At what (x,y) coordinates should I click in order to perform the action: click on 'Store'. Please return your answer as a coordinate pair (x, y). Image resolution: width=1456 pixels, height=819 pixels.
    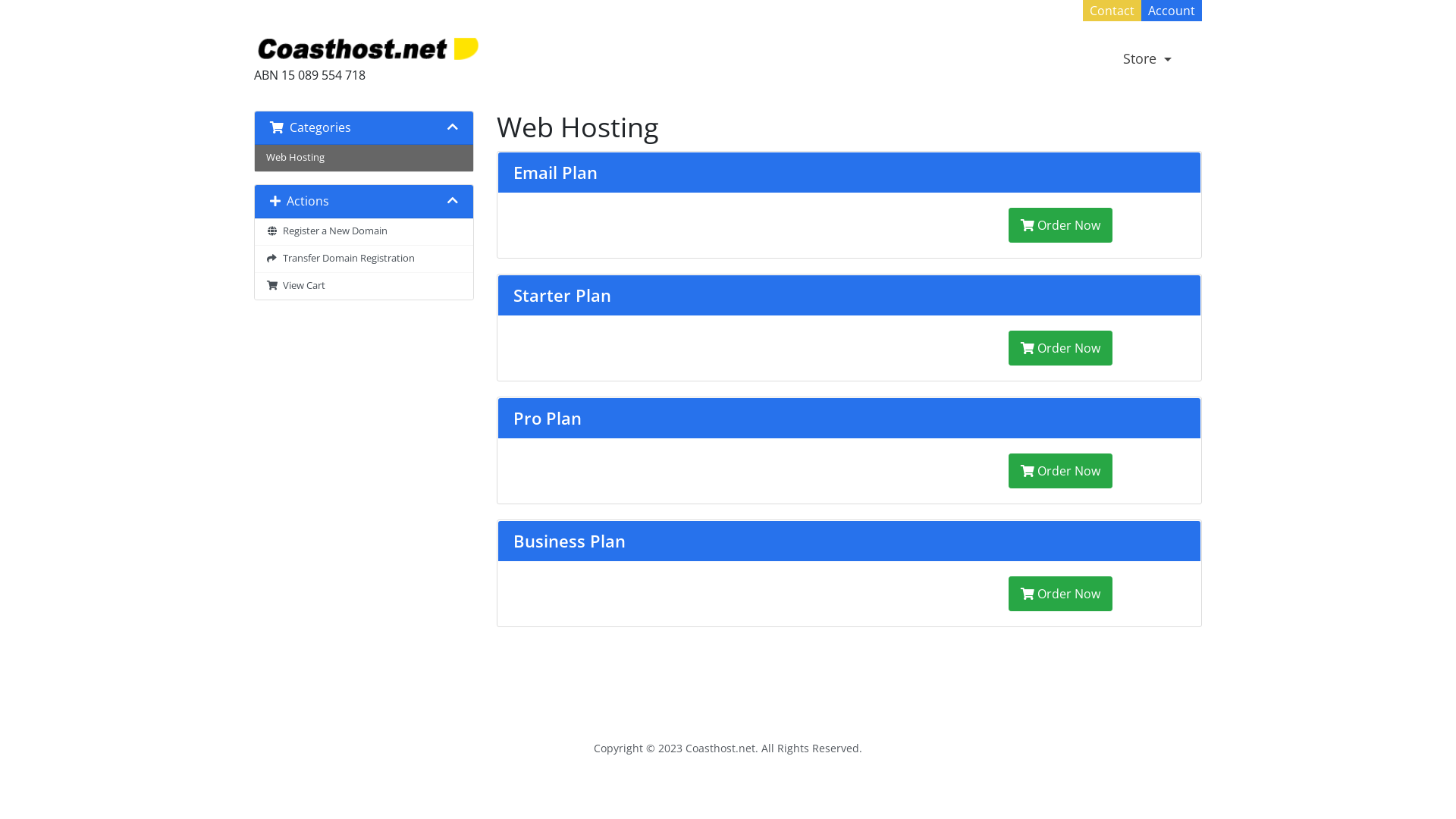
    Looking at the image, I should click on (1150, 58).